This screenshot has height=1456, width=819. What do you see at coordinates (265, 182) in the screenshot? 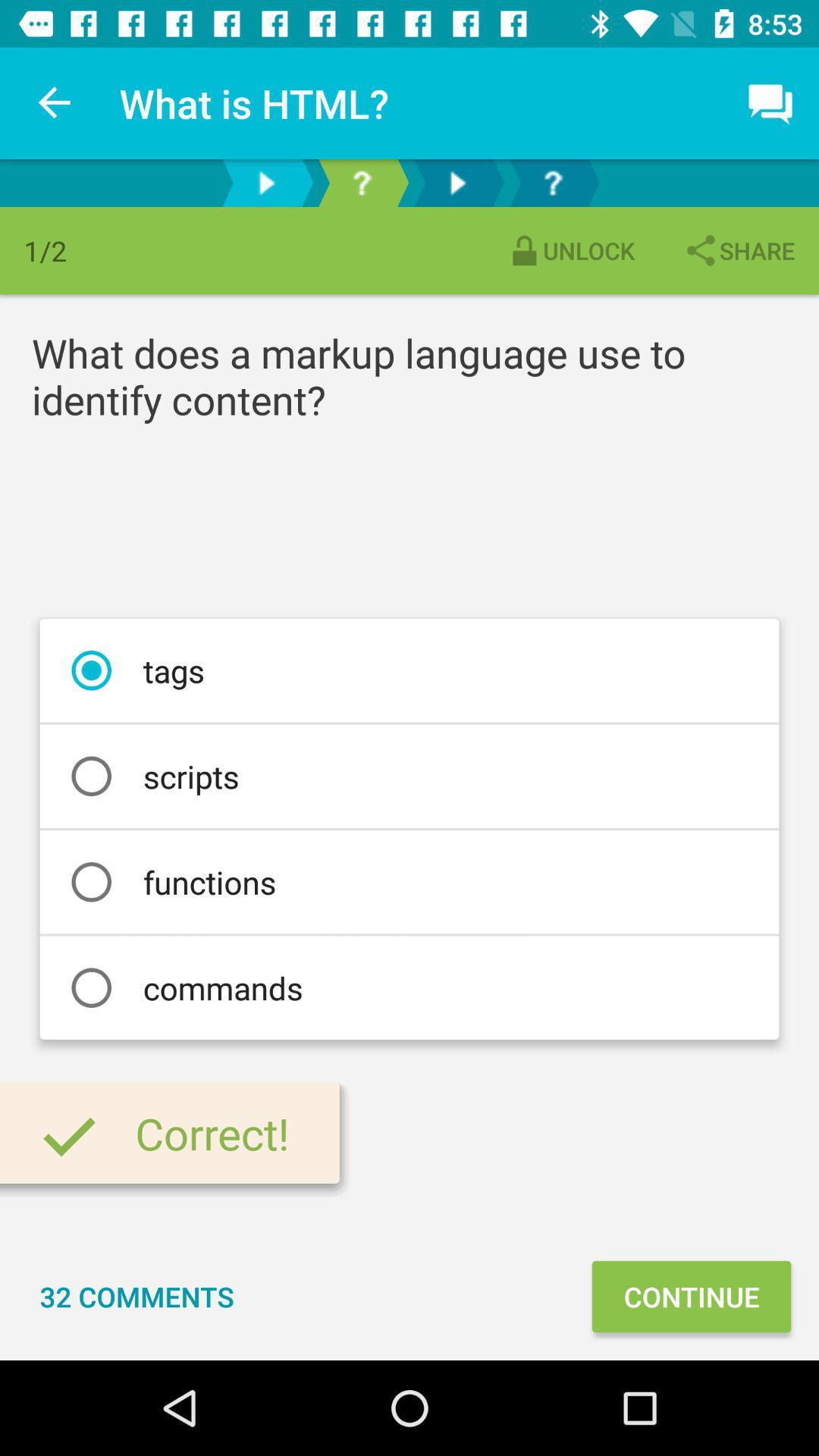
I see `go forward` at bounding box center [265, 182].